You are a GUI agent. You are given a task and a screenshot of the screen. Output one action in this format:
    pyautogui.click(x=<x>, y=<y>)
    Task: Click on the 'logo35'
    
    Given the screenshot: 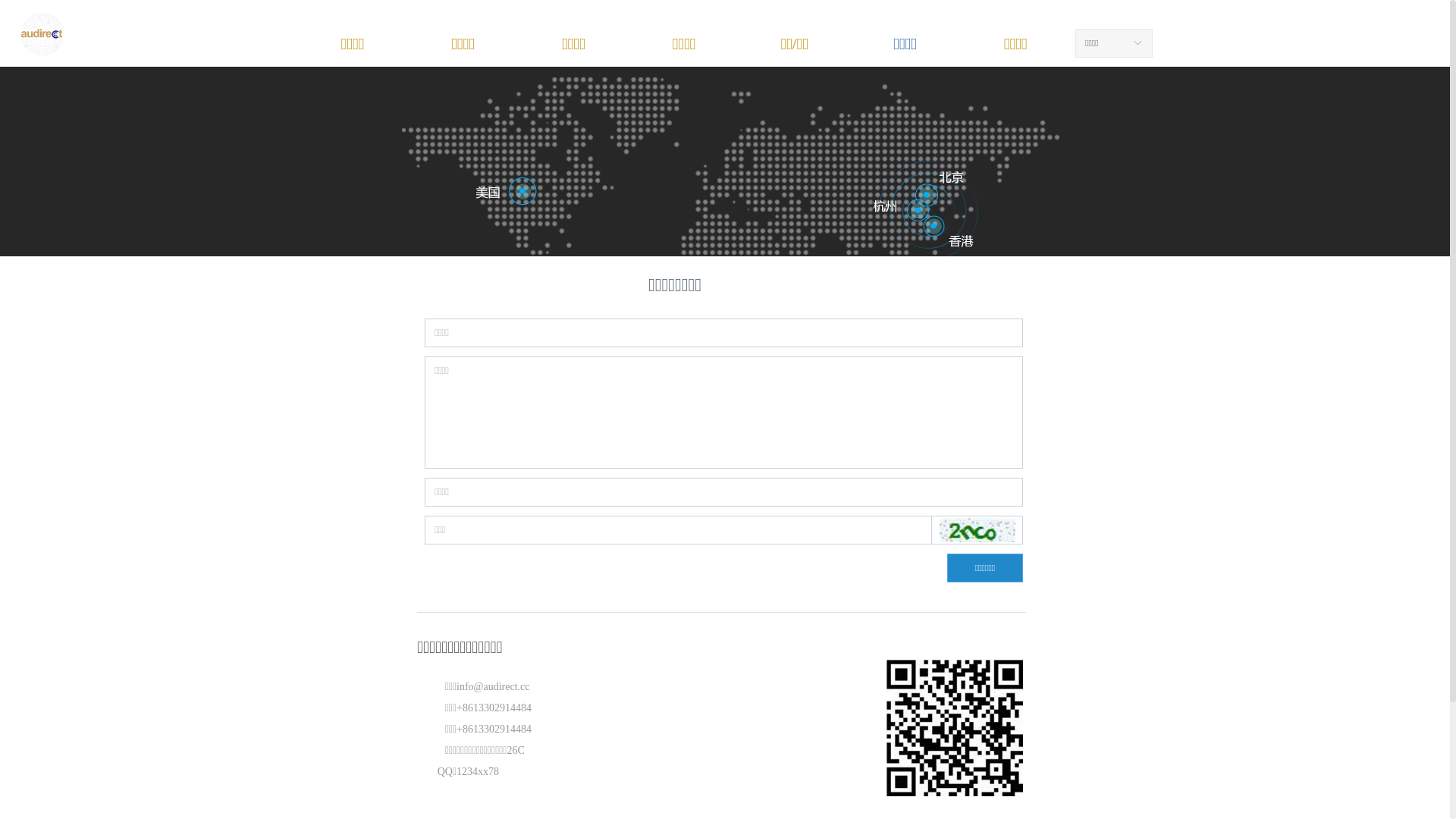 What is the action you would take?
    pyautogui.click(x=19, y=34)
    